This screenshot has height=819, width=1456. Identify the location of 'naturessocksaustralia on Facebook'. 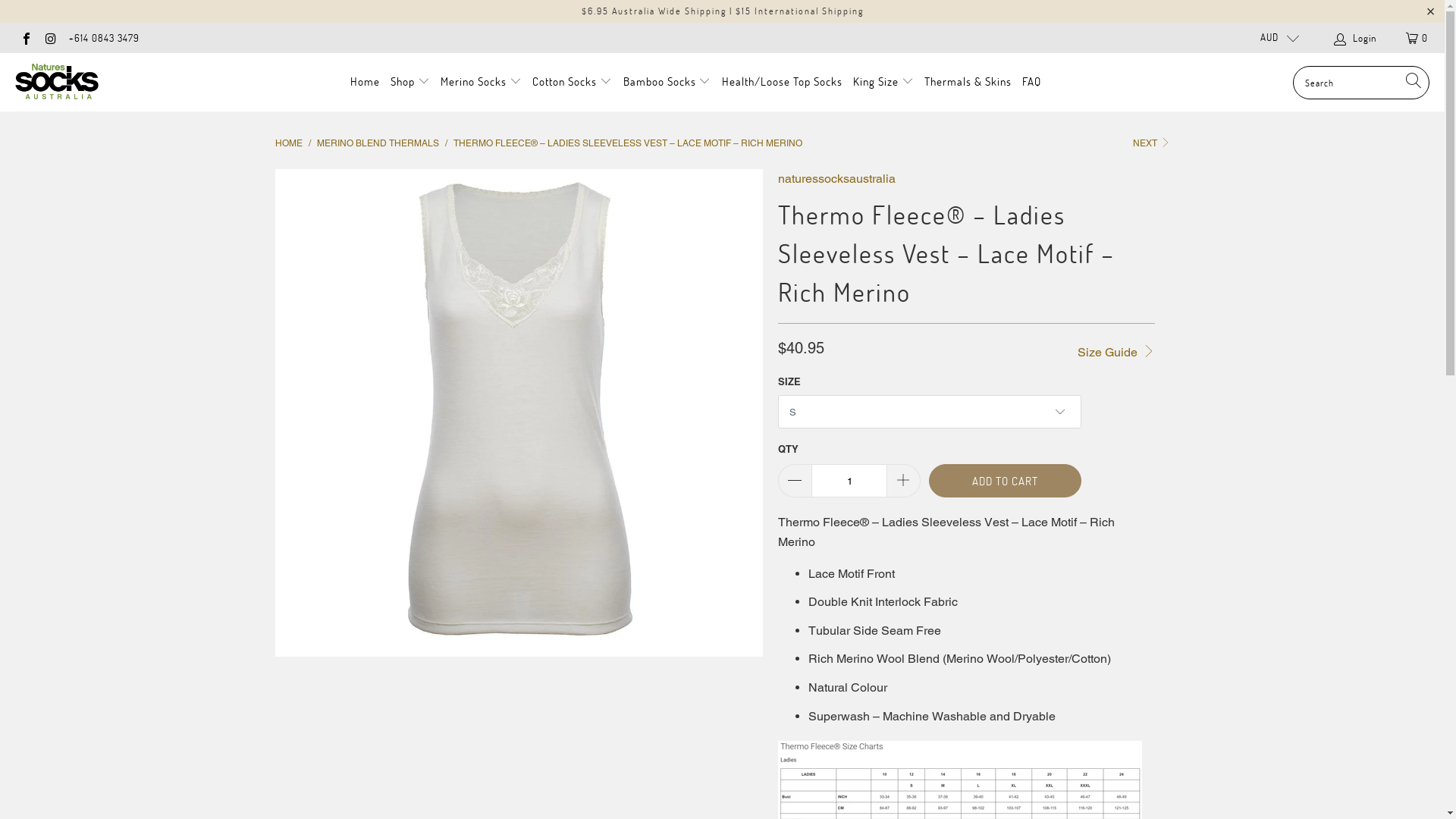
(25, 36).